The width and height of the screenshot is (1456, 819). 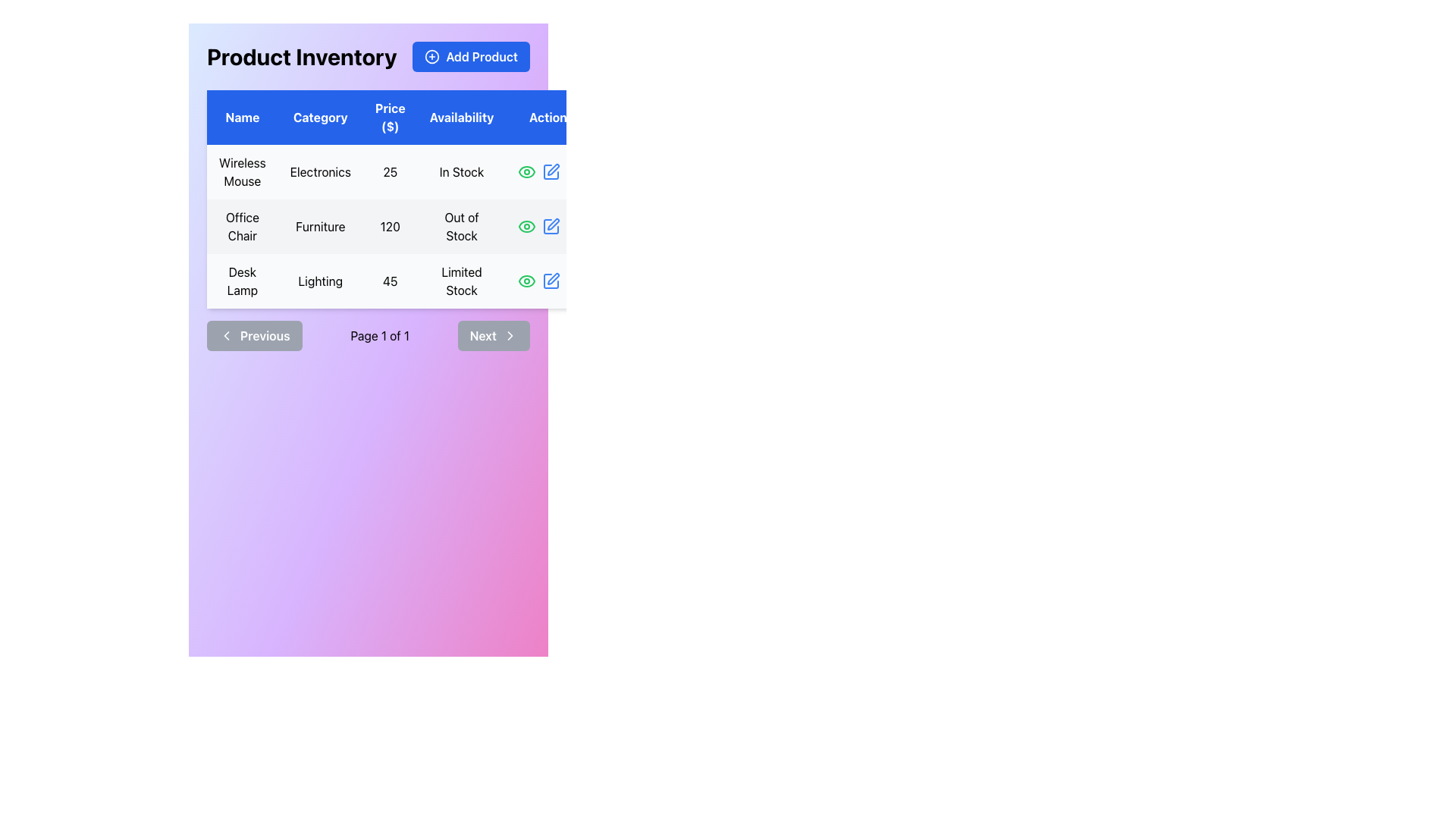 What do you see at coordinates (553, 169) in the screenshot?
I see `the edit icon for the 'Office Chair' product in the second row of the Actions column` at bounding box center [553, 169].